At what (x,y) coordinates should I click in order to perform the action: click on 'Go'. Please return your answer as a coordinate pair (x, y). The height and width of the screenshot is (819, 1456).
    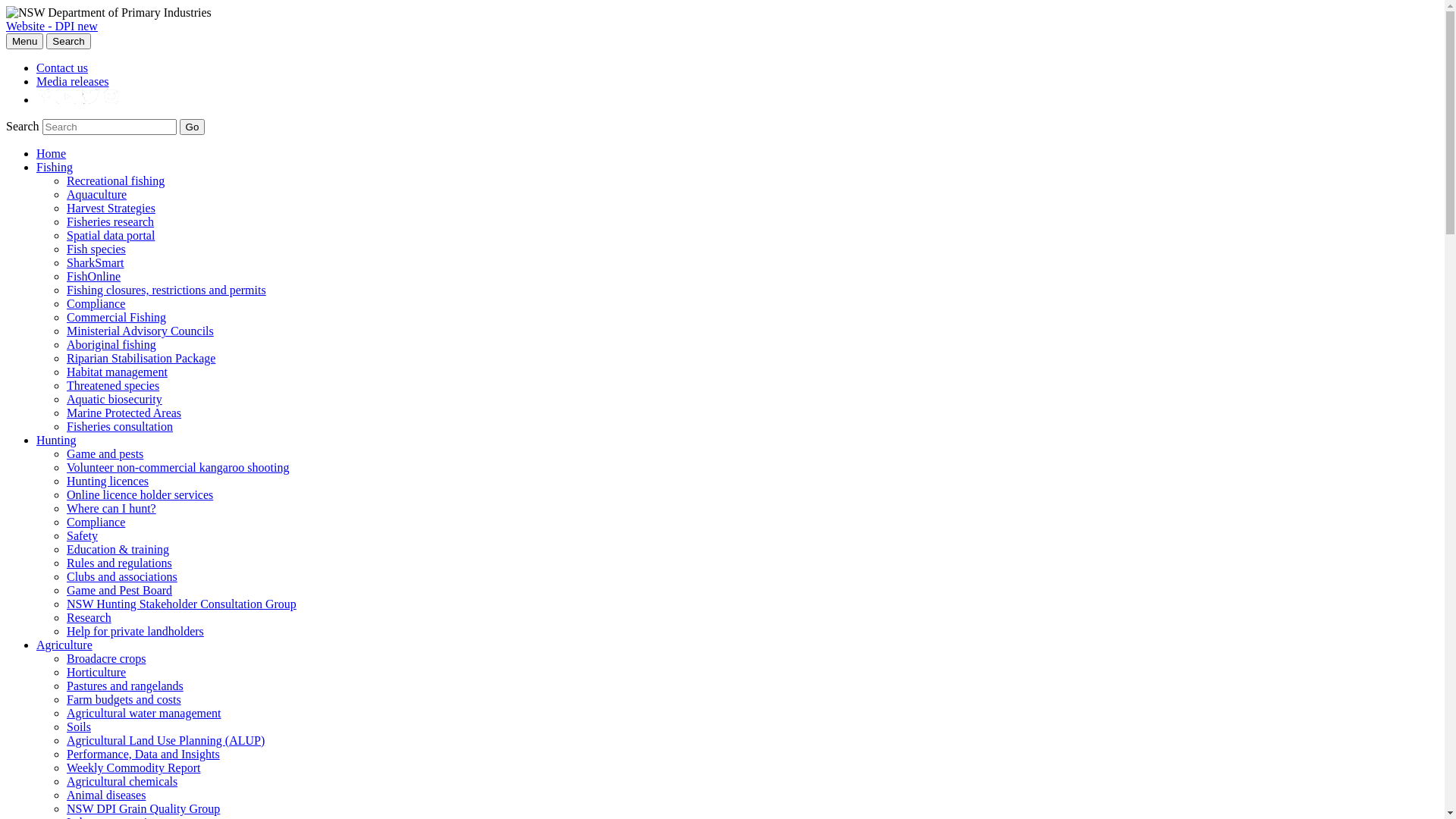
    Looking at the image, I should click on (192, 126).